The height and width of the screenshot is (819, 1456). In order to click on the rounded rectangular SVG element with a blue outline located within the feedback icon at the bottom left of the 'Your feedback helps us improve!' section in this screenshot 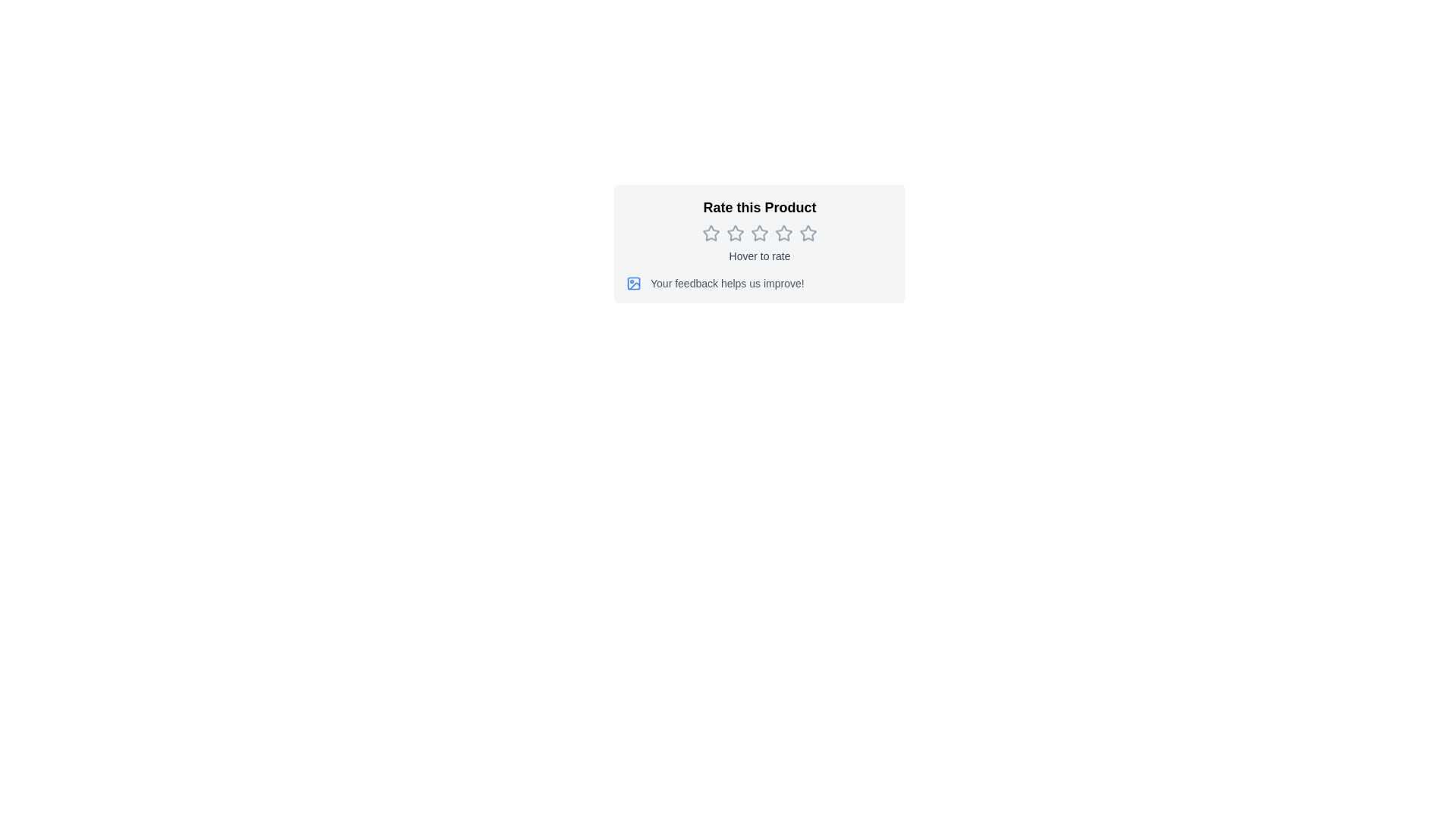, I will do `click(633, 284)`.